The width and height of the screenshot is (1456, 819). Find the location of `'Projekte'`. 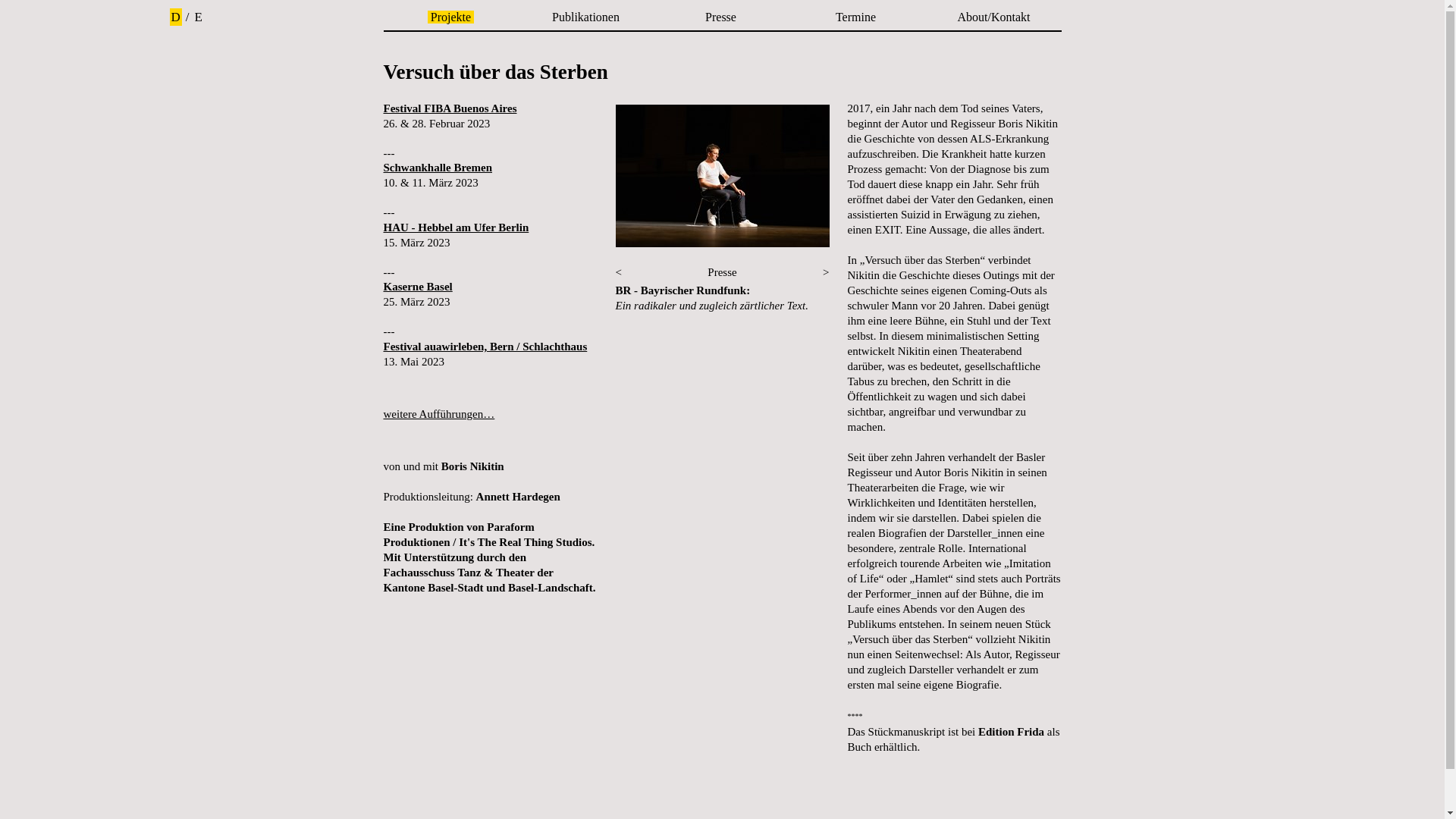

'Projekte' is located at coordinates (450, 17).